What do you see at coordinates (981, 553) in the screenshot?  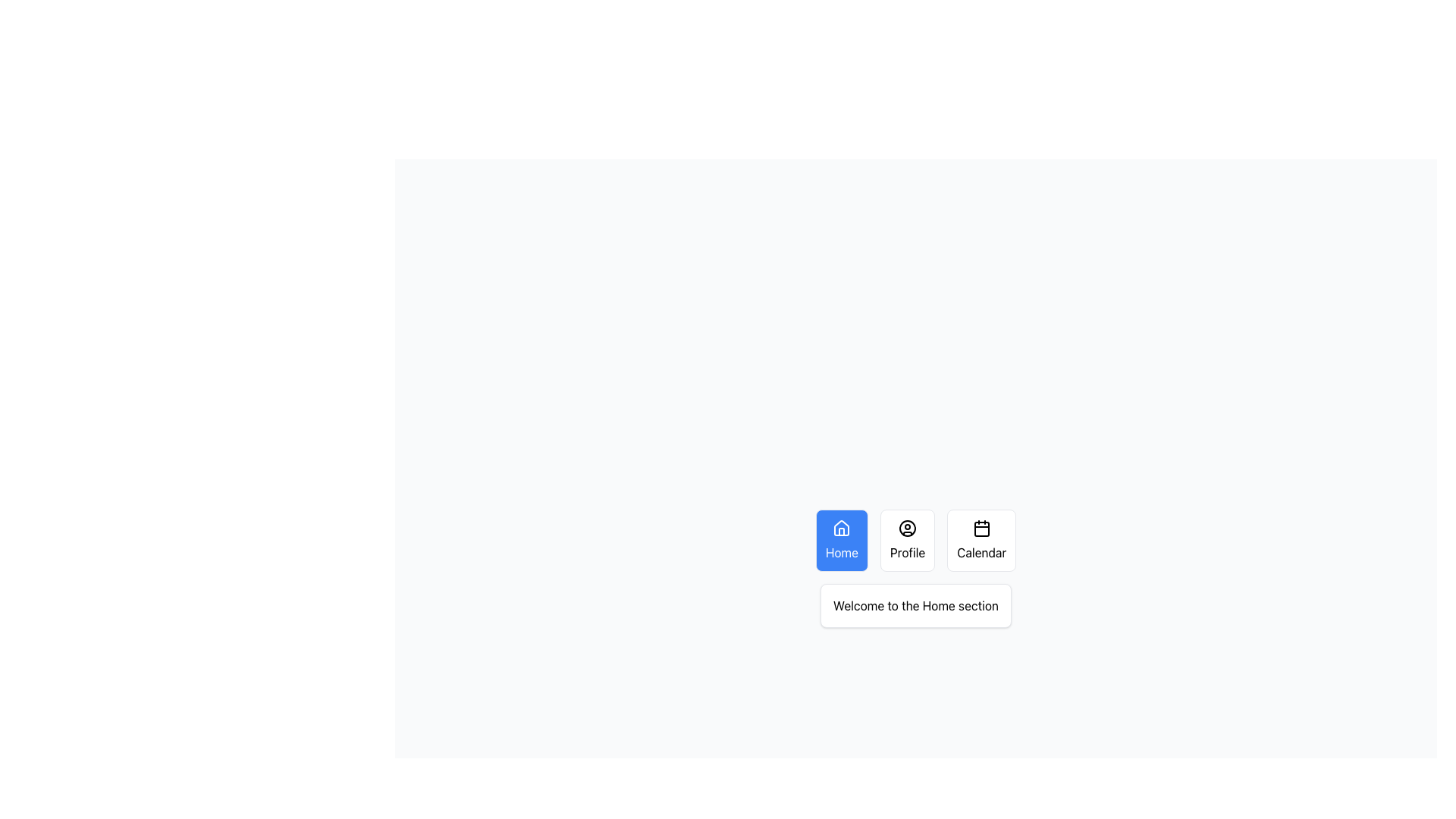 I see `the 'Calendar' static text label, which is positioned below a calendar icon in a rounded rectangular card in the lower-right region of the interface` at bounding box center [981, 553].